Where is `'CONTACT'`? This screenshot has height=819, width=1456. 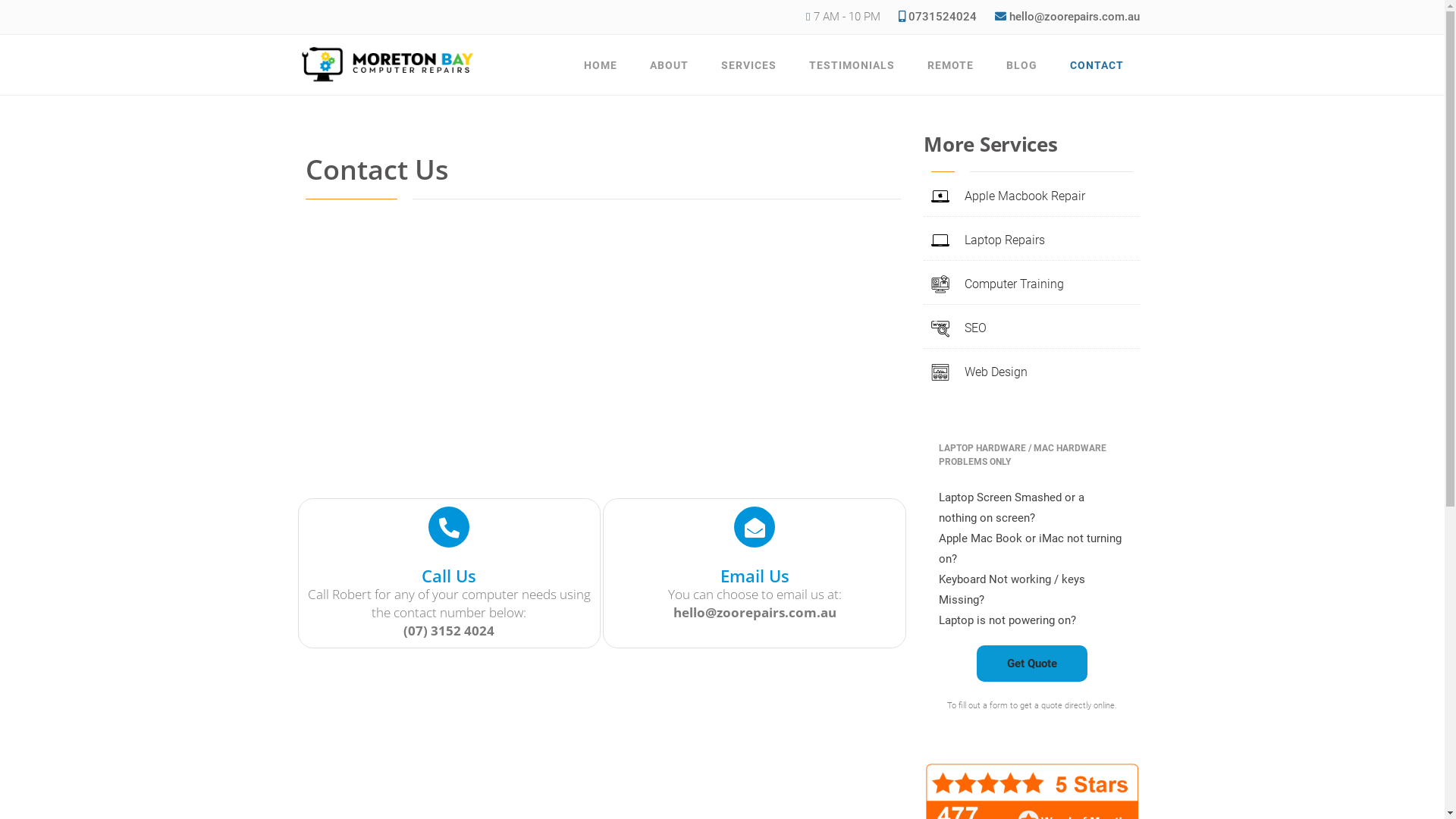 'CONTACT' is located at coordinates (1097, 64).